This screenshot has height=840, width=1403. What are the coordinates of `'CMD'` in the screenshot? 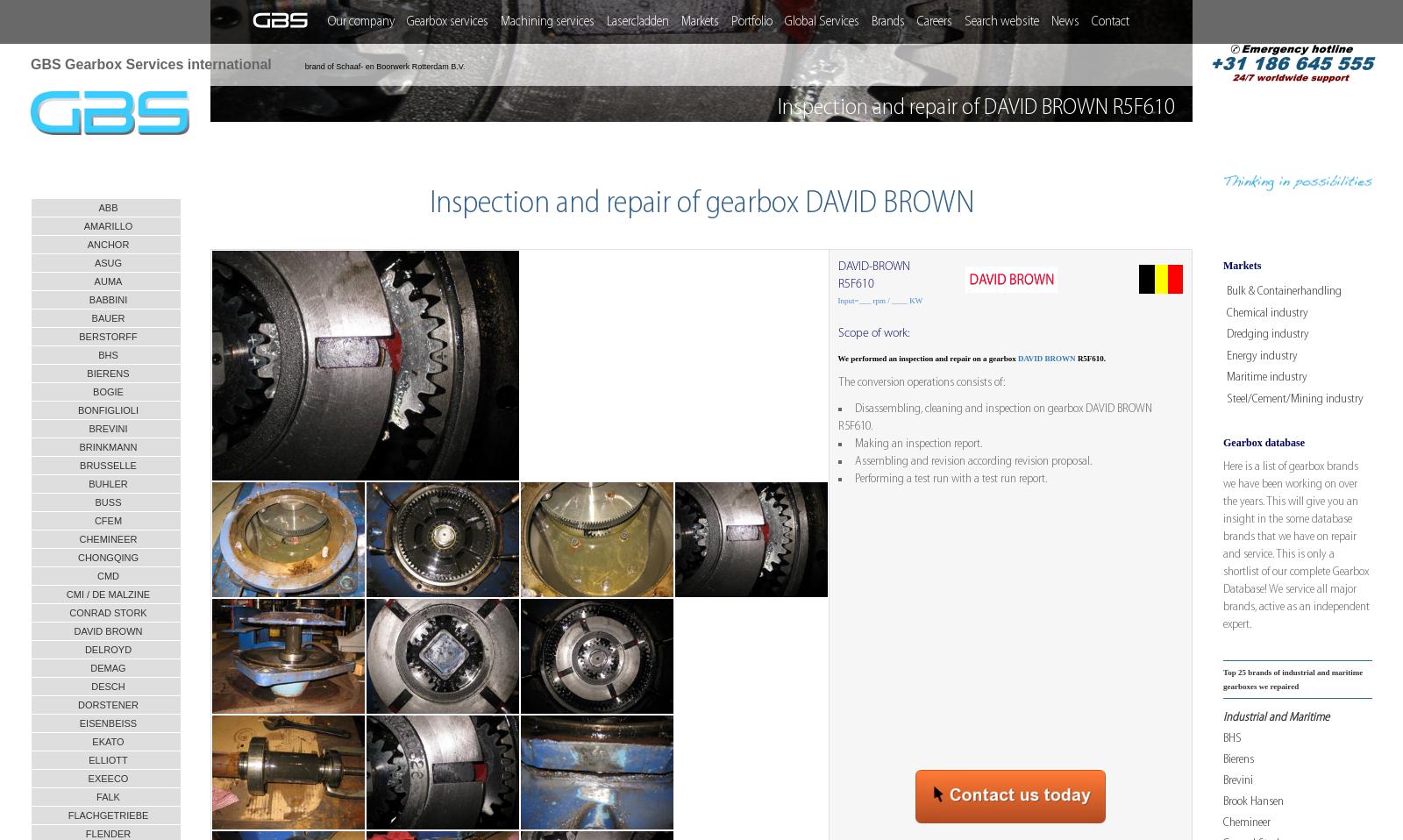 It's located at (107, 574).